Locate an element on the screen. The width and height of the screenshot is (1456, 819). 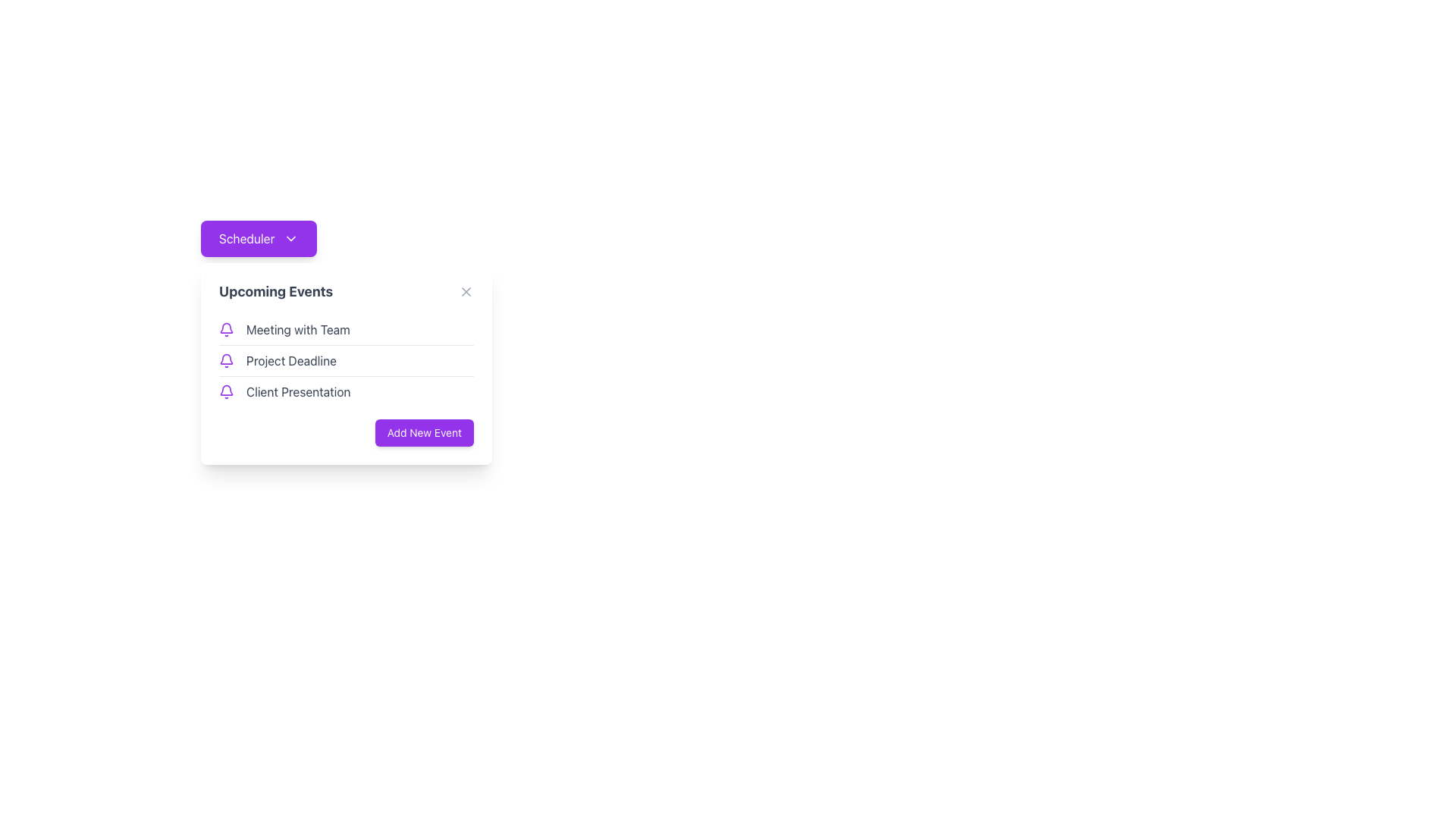
the button with a purple background and white text labeled 'Add New Event' located at the bottom-right corner of the 'Upcoming Events' modal to observe the hover effect is located at coordinates (424, 432).